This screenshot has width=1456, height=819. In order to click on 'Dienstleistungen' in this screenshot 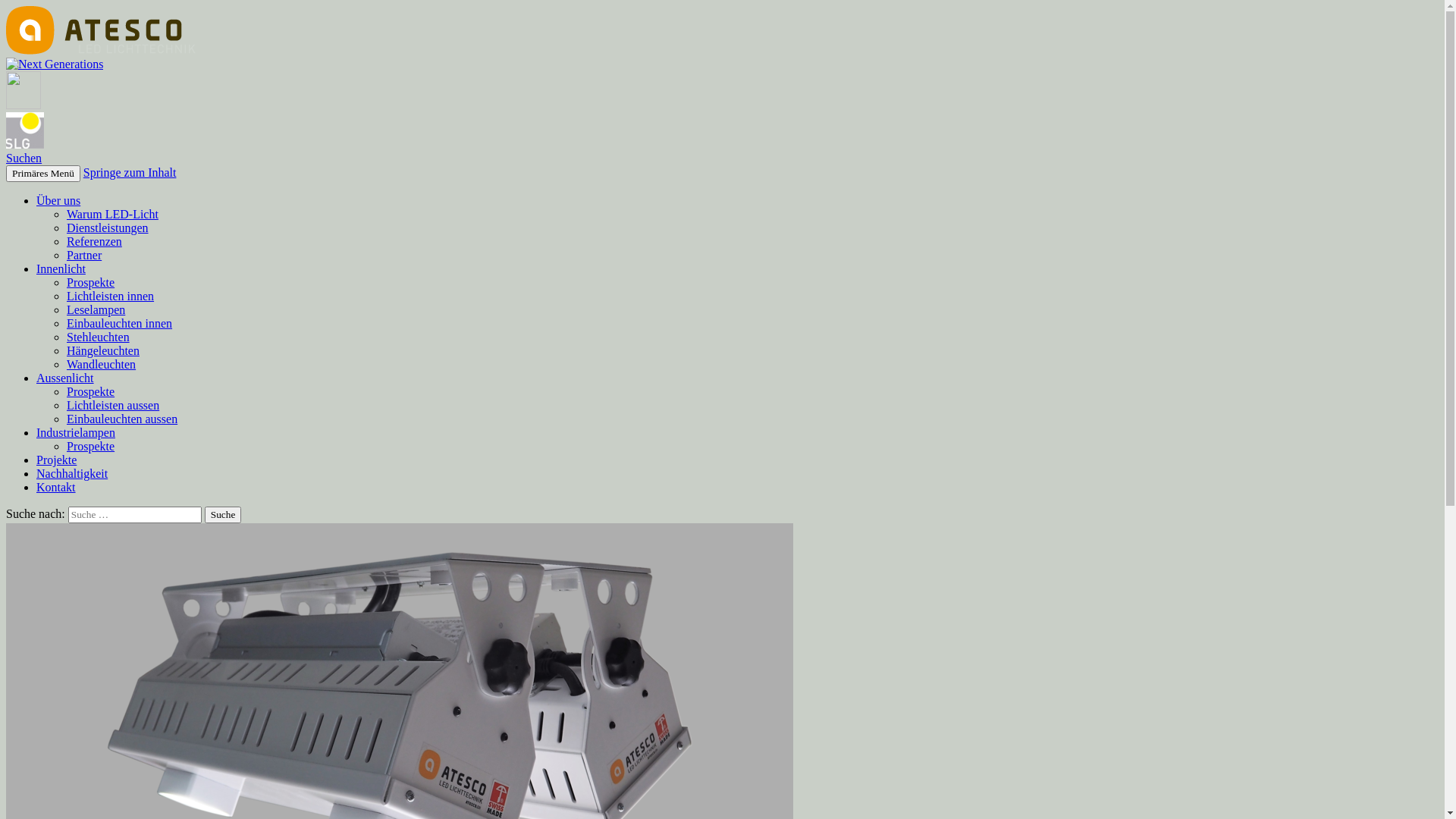, I will do `click(107, 227)`.